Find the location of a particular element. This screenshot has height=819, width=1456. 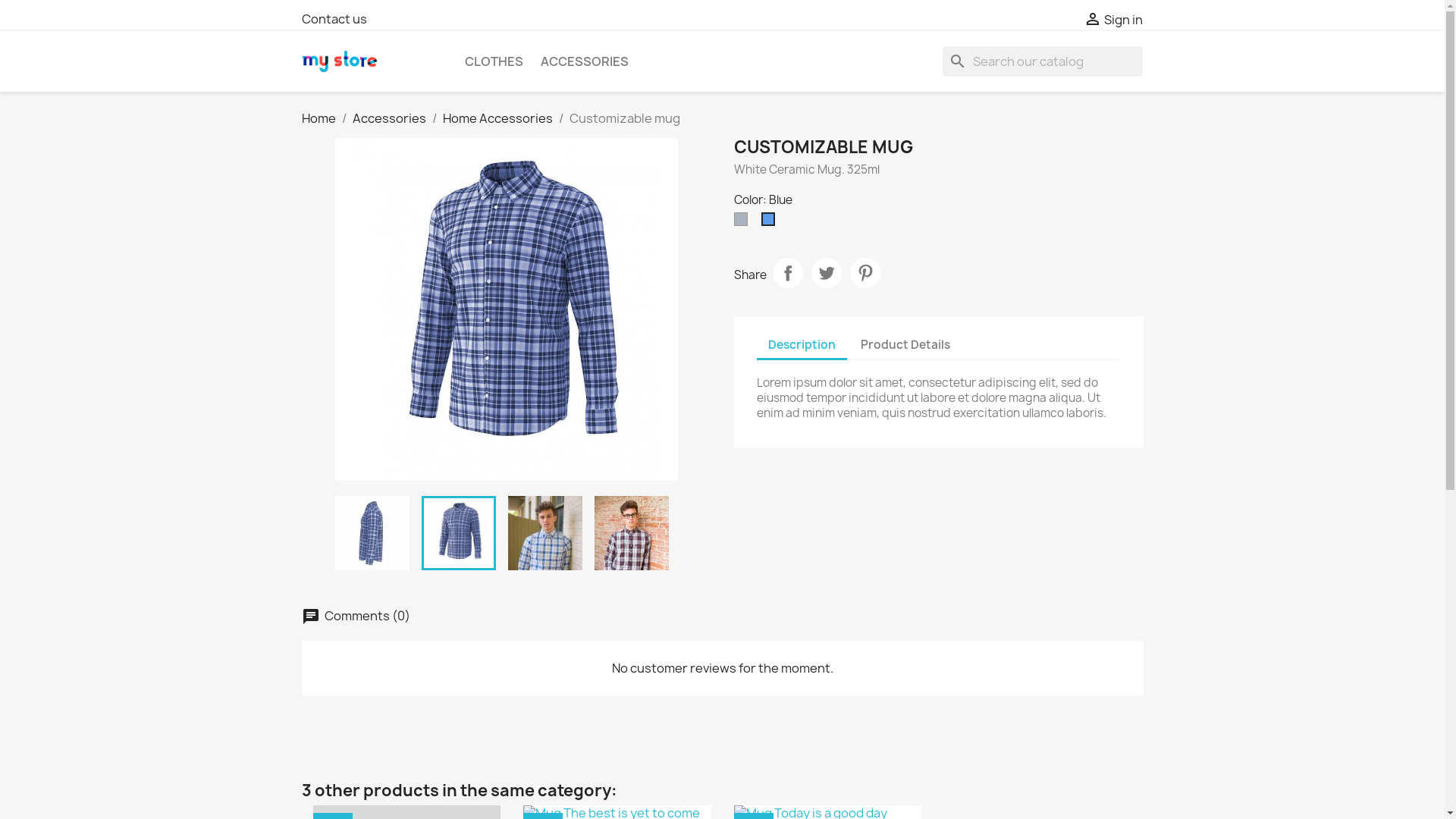

'Share' is located at coordinates (786, 271).